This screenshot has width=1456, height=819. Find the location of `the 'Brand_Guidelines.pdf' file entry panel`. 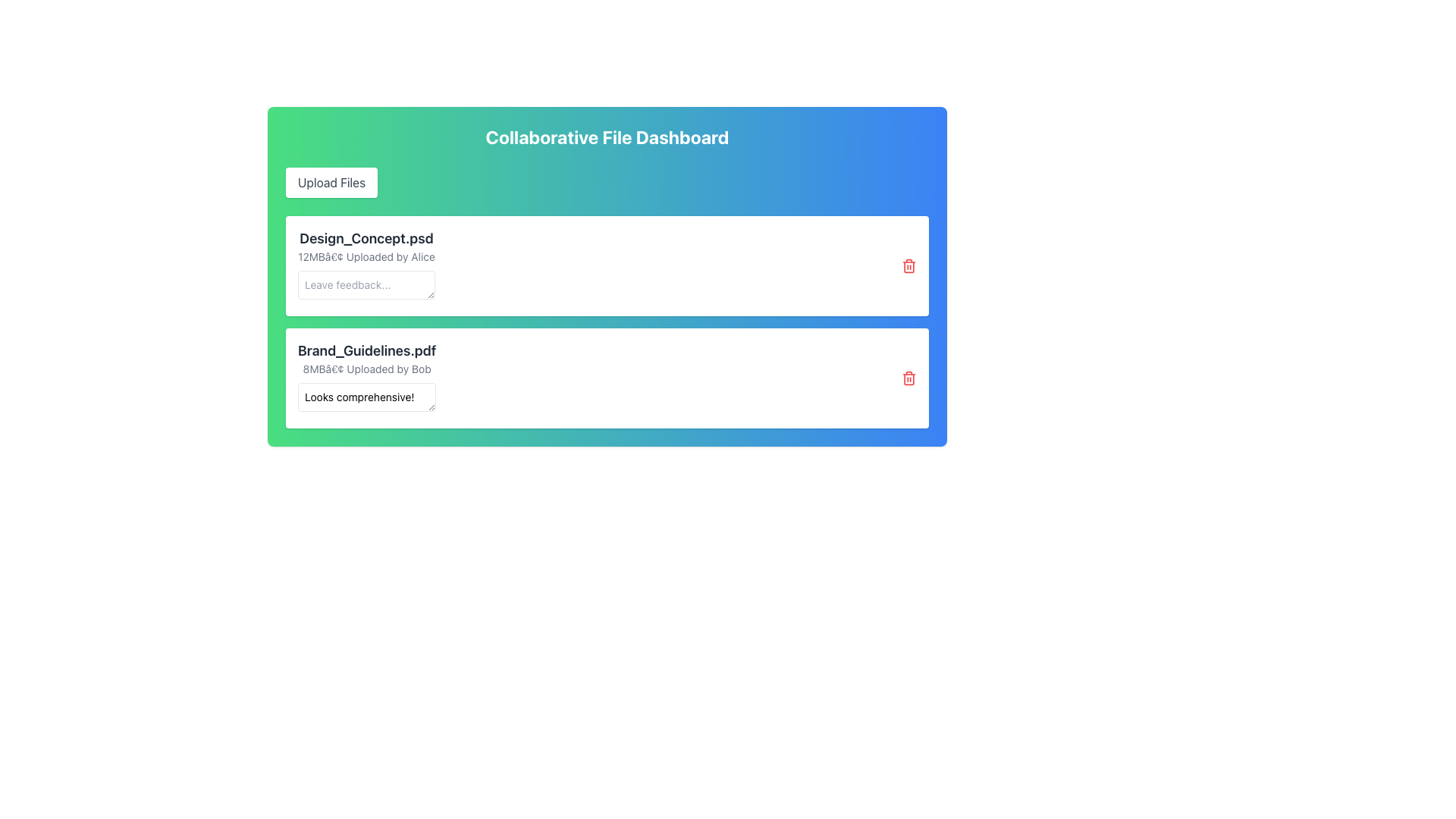

the 'Brand_Guidelines.pdf' file entry panel is located at coordinates (607, 377).